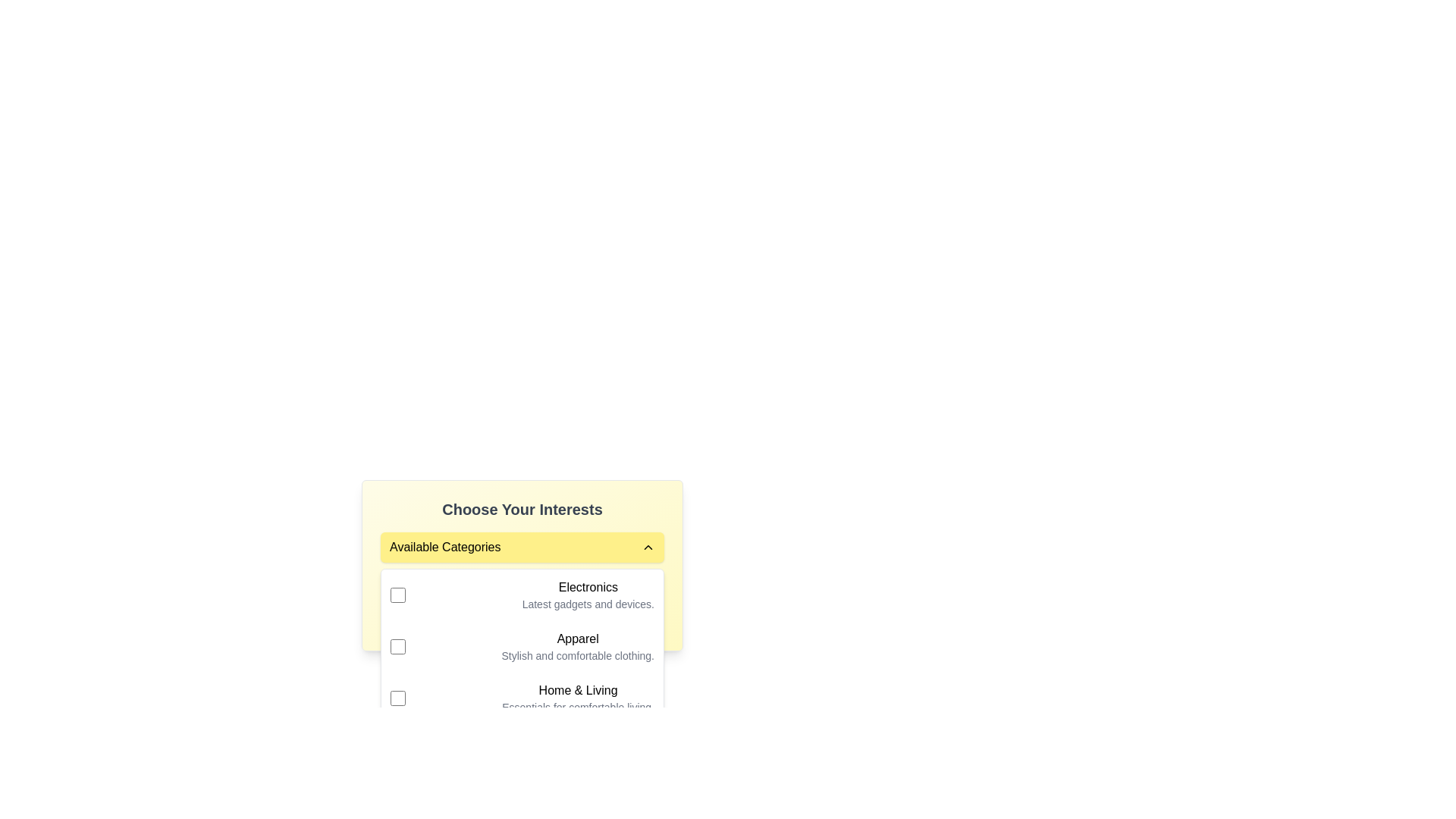 The height and width of the screenshot is (819, 1456). What do you see at coordinates (522, 595) in the screenshot?
I see `the first selectable list item labeled 'Electronics' within the 'Available Categories' dropdown` at bounding box center [522, 595].